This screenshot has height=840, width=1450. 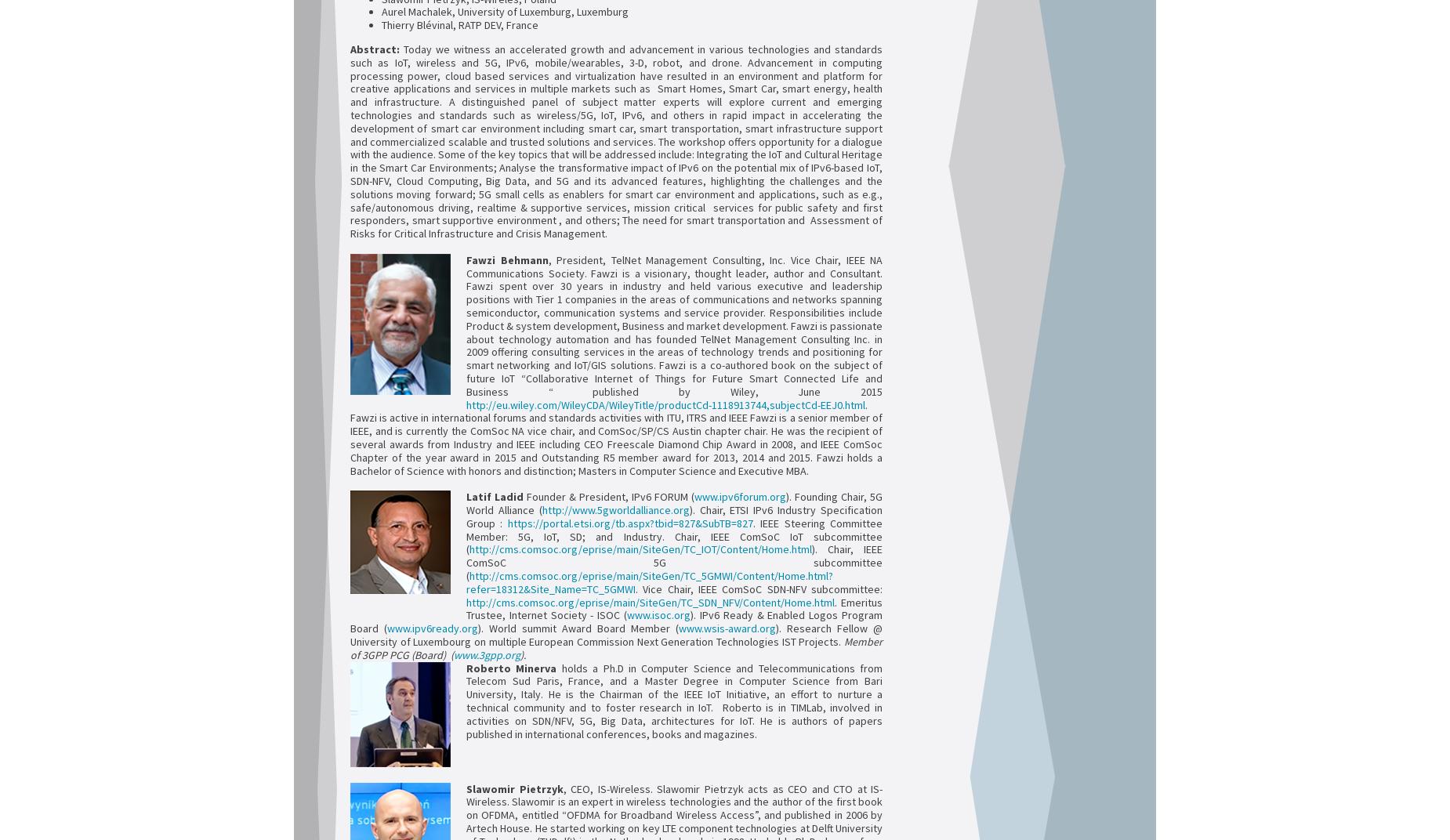 What do you see at coordinates (674, 608) in the screenshot?
I see `'. Emeritus Trustee, Internet Society - ISOC ('` at bounding box center [674, 608].